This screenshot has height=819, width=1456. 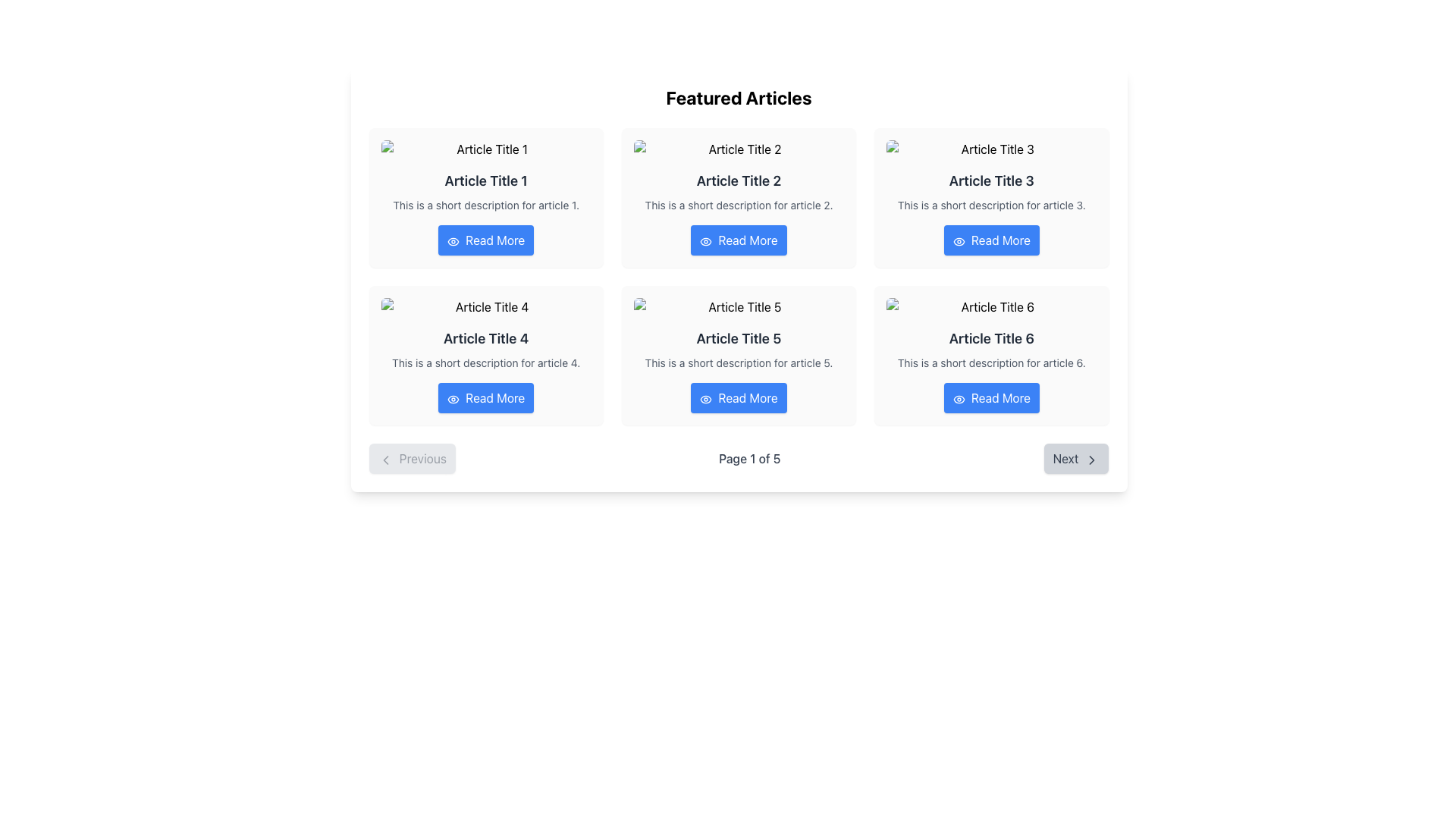 I want to click on the 'Featured Articles' text header, which is bold and large, centered at the top of the article cards section, so click(x=739, y=97).